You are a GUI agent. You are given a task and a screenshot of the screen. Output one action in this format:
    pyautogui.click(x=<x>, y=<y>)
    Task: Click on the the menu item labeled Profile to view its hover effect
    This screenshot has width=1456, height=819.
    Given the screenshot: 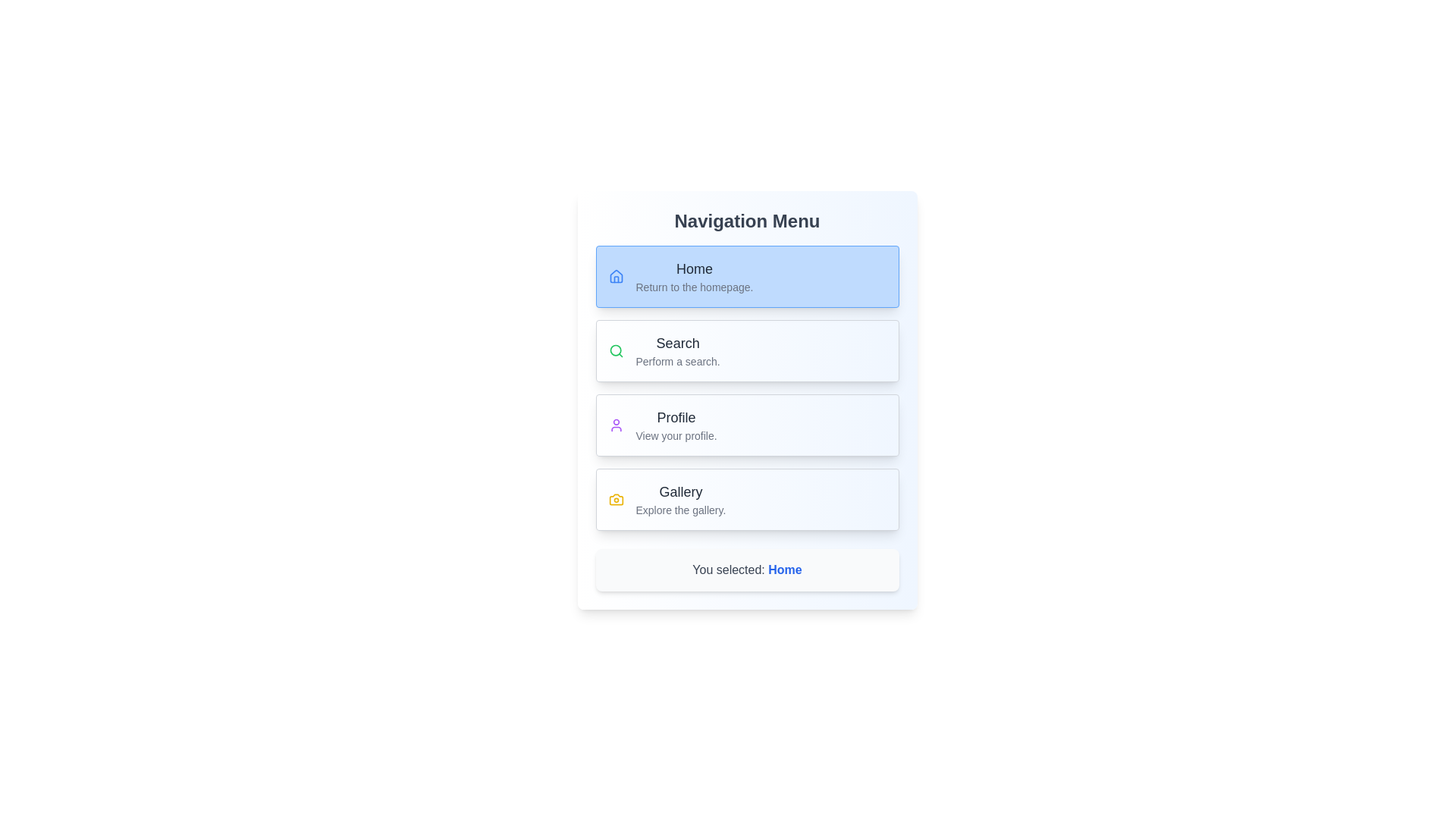 What is the action you would take?
    pyautogui.click(x=747, y=425)
    